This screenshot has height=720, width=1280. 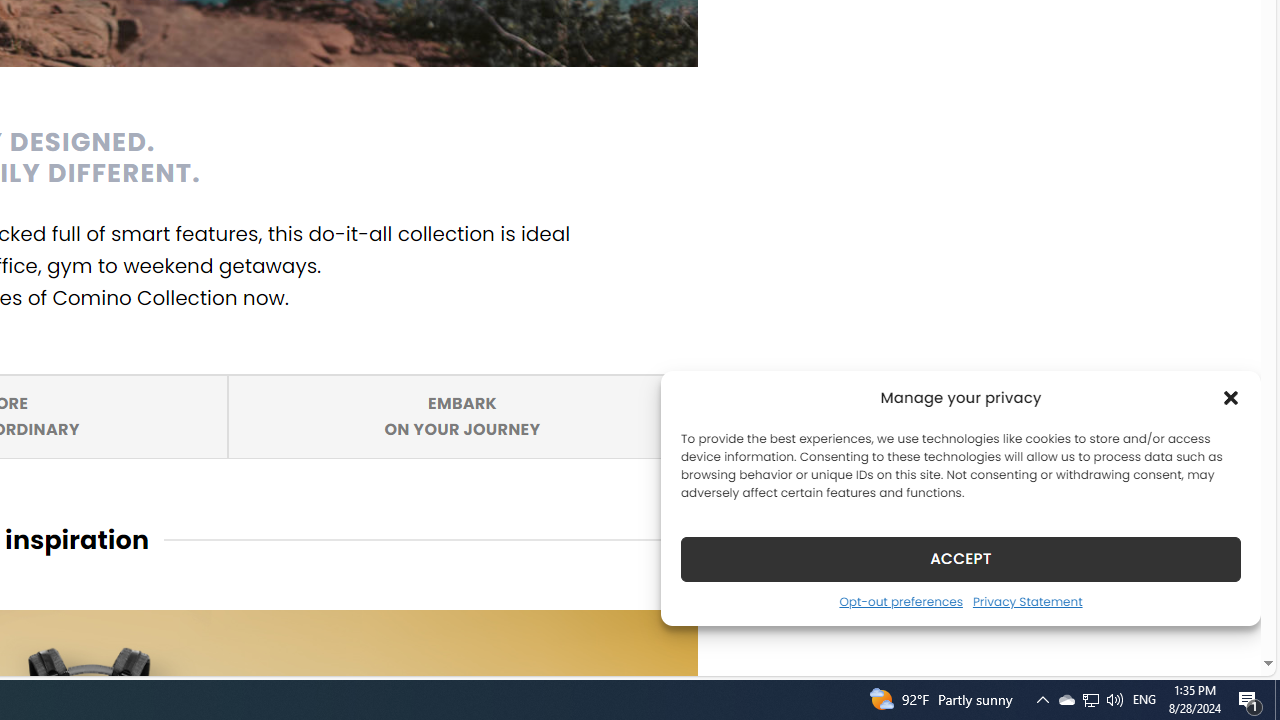 I want to click on 'Class: cmplz-close', so click(x=1230, y=397).